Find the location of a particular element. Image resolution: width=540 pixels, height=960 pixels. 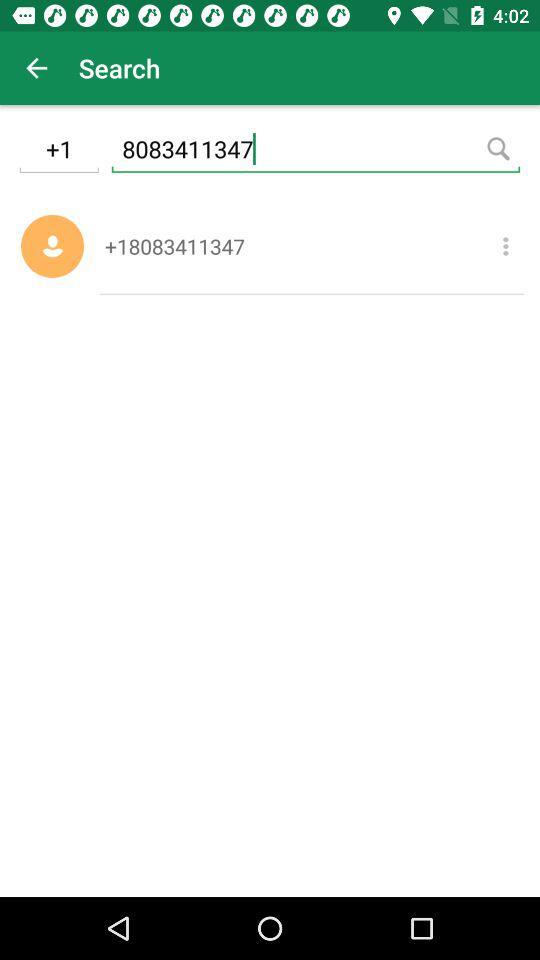

item next to +18083411347 icon is located at coordinates (504, 245).